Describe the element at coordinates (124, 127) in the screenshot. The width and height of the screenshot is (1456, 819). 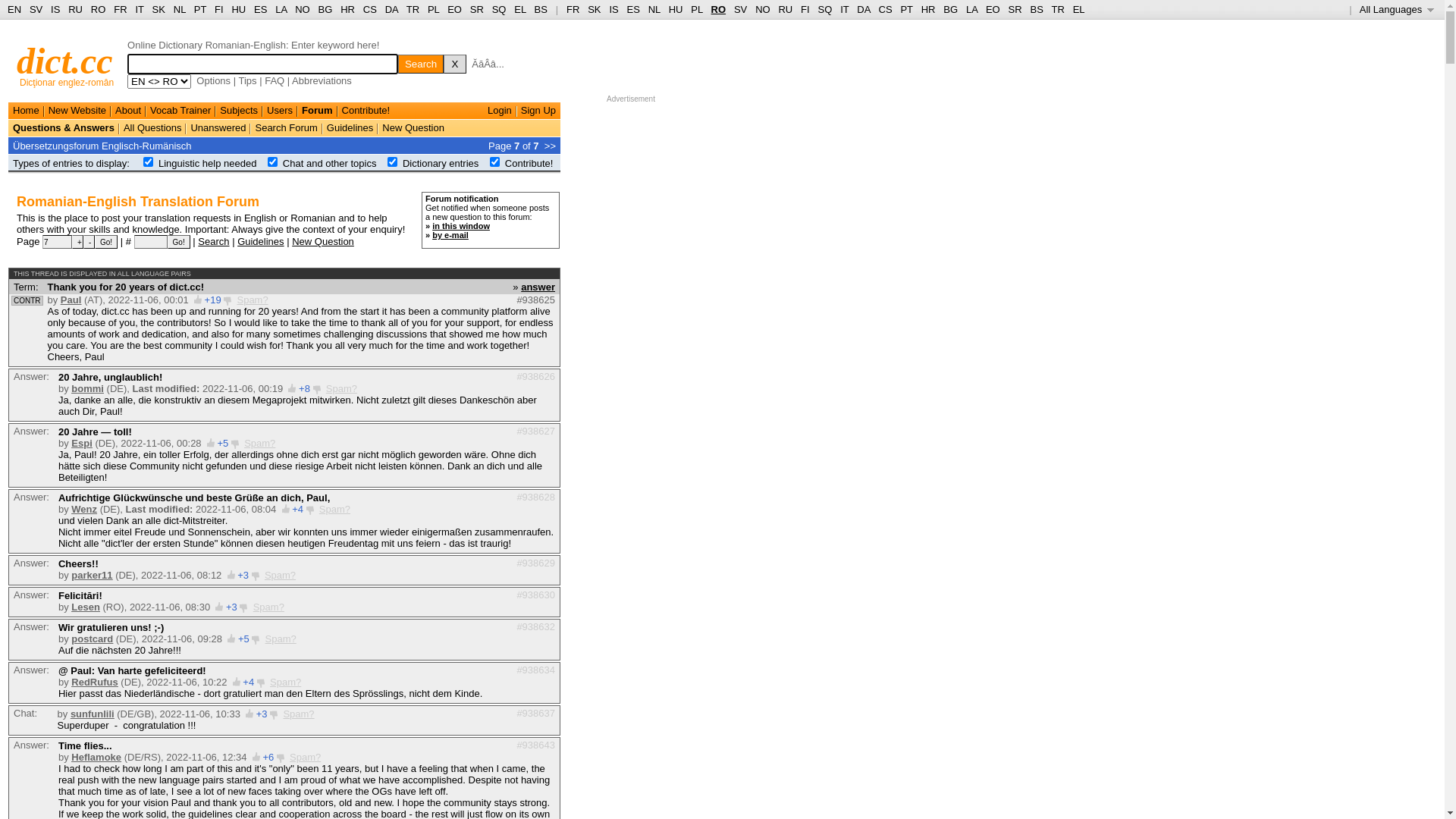
I see `'All Questions'` at that location.